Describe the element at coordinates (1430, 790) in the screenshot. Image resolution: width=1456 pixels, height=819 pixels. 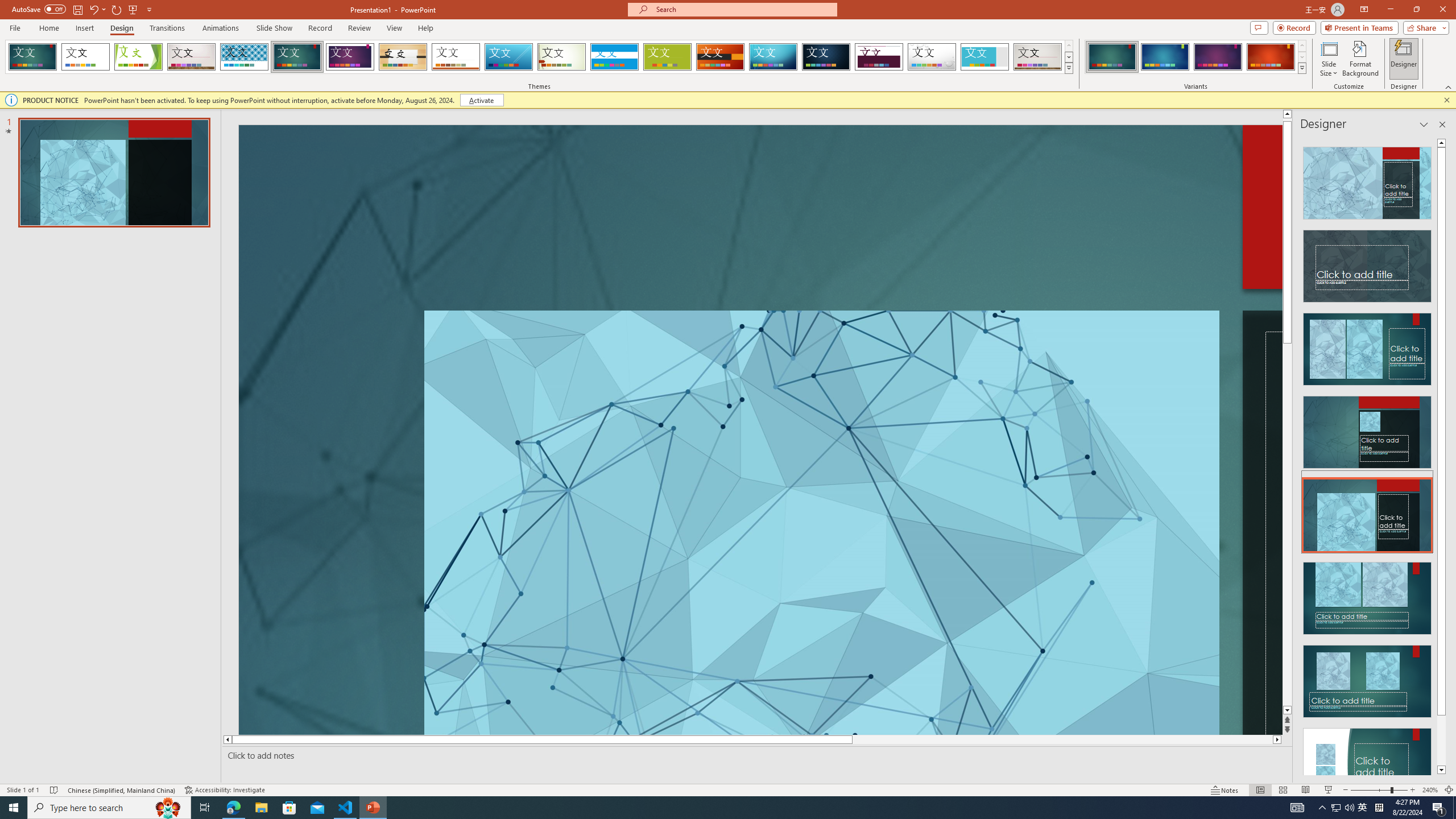
I see `'Zoom 240%'` at that location.